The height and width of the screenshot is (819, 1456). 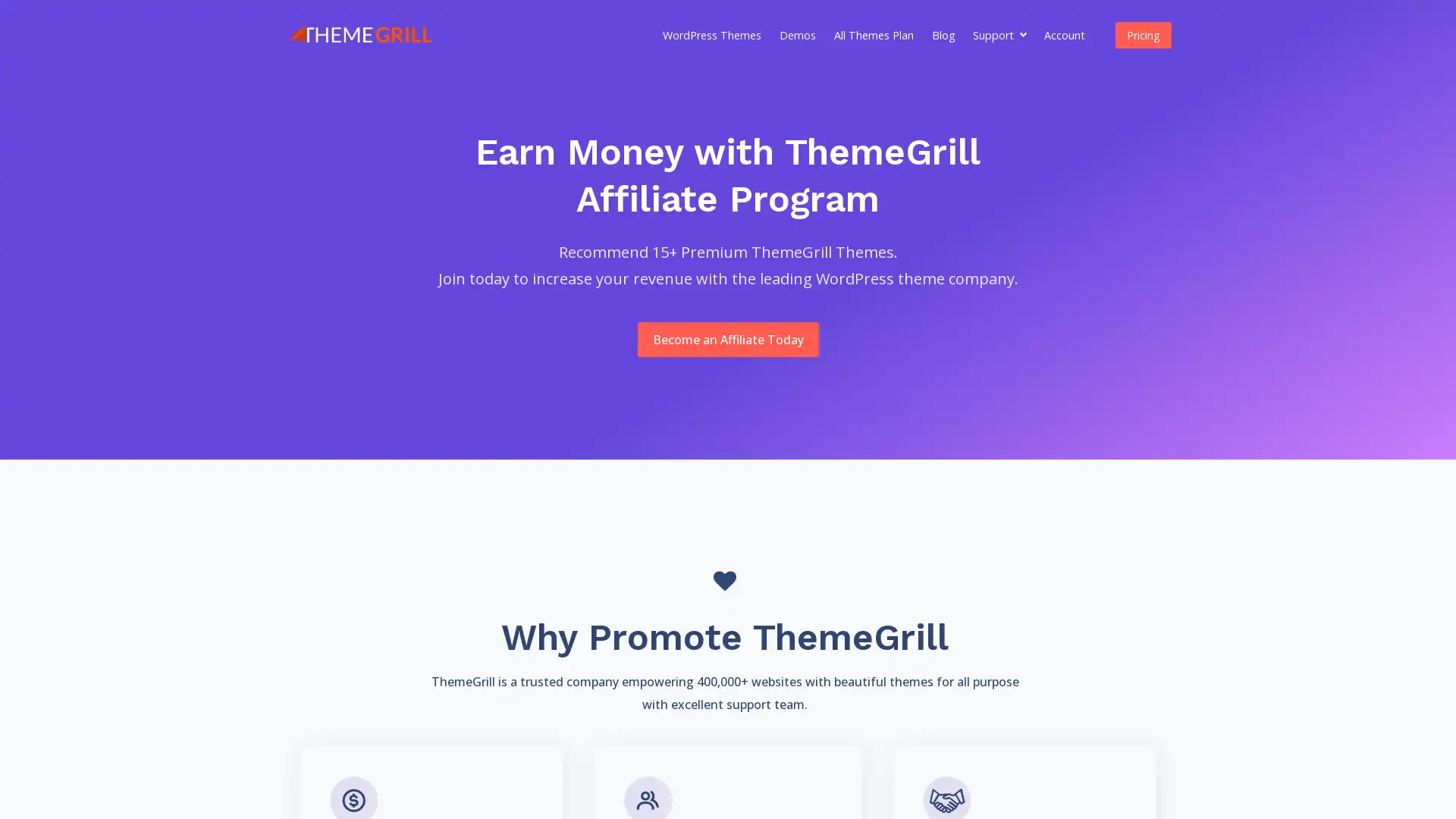 What do you see at coordinates (726, 338) in the screenshot?
I see `Become an Affiliate Today` at bounding box center [726, 338].